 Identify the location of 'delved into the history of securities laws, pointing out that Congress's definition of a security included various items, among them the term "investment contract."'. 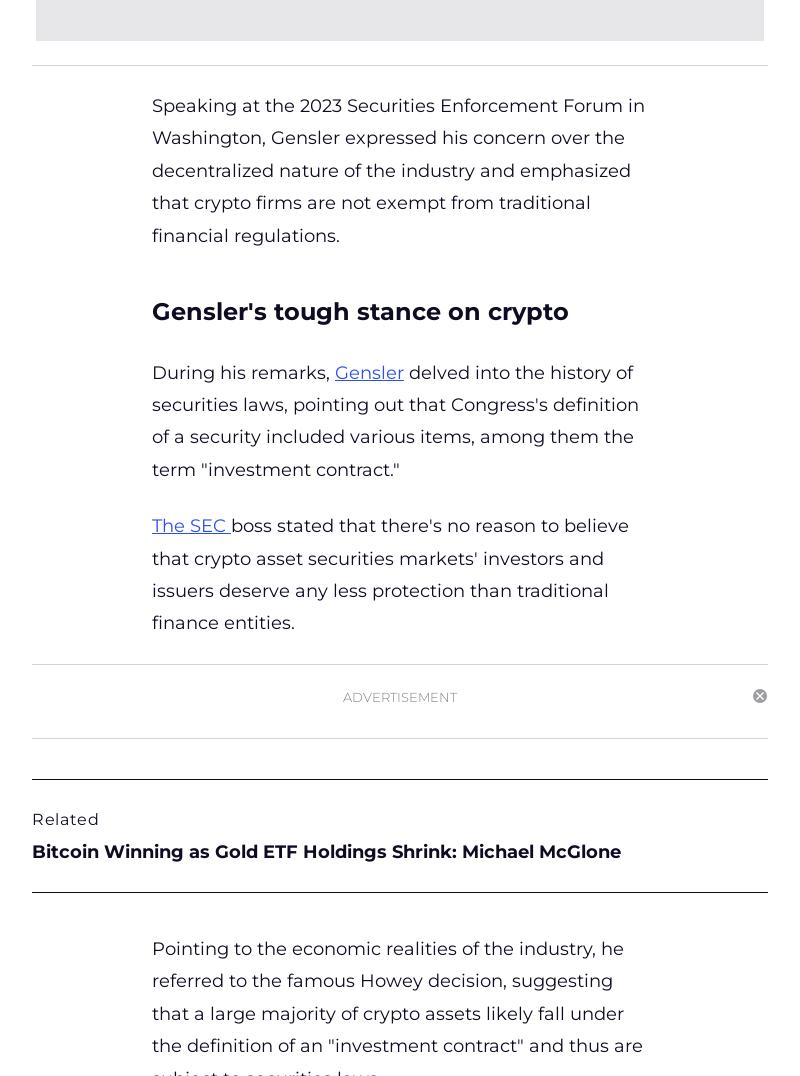
(394, 420).